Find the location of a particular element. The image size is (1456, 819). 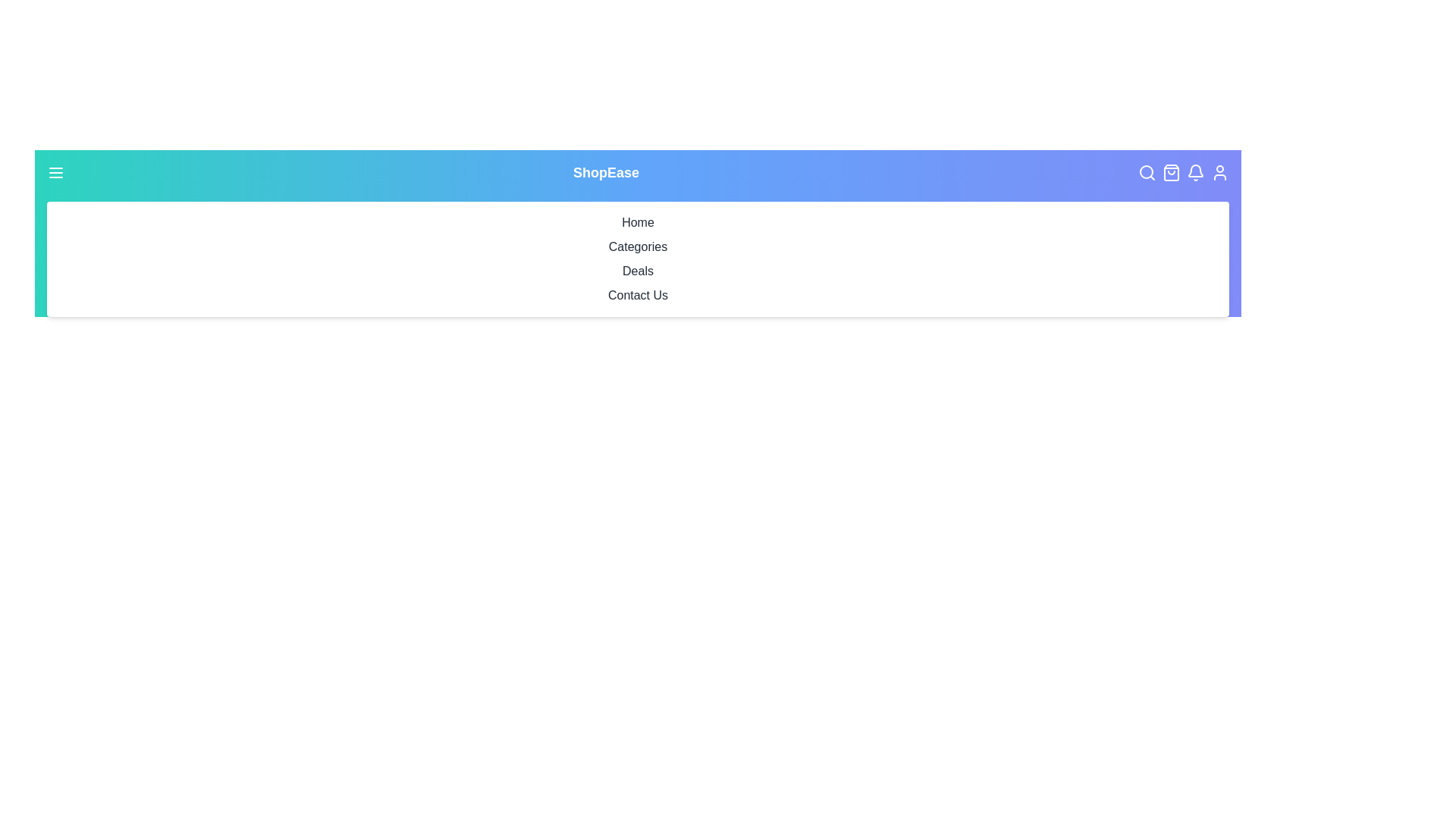

the 'Search' icon in the navigation bar is located at coordinates (1150, 171).